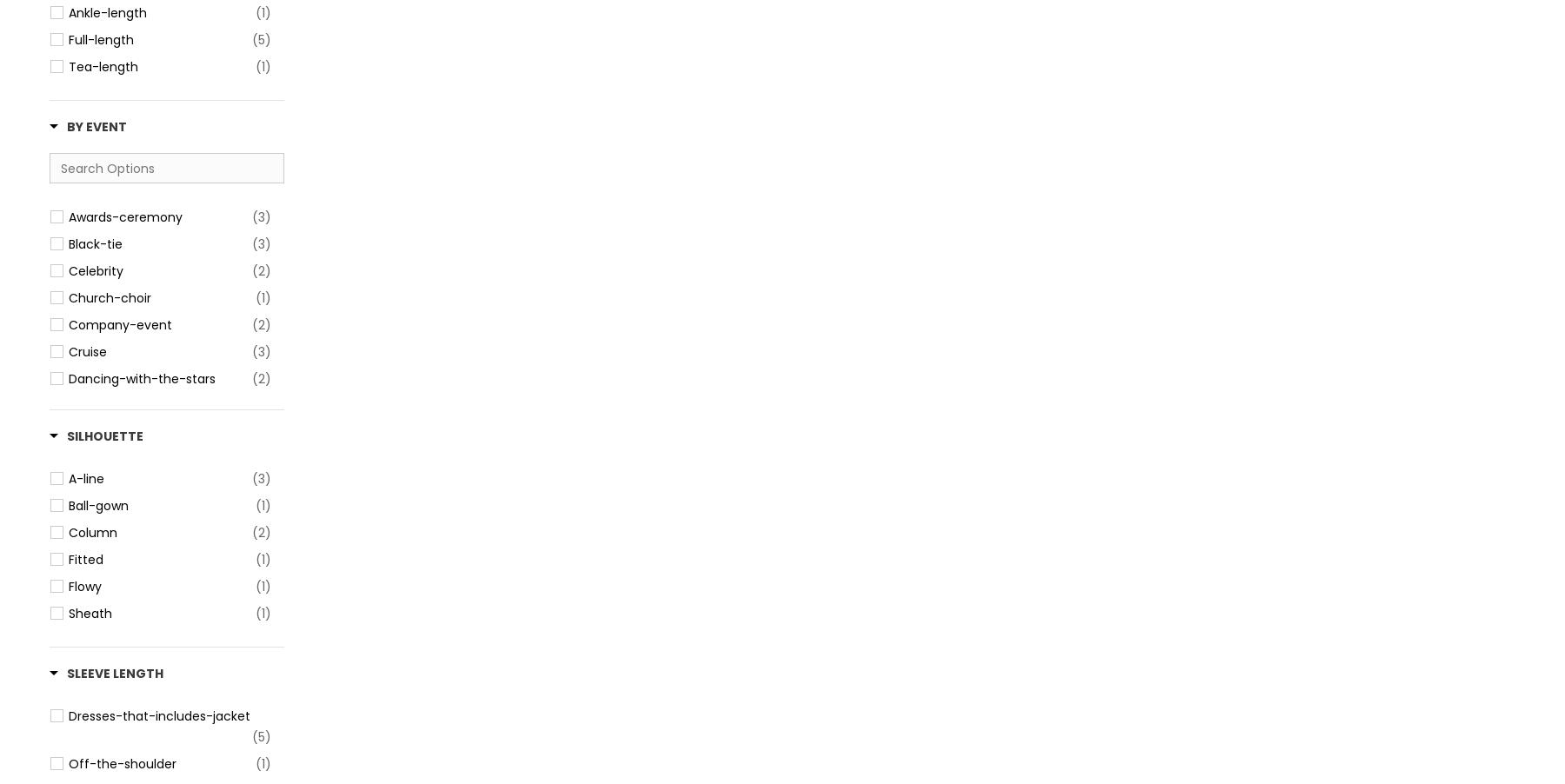 The height and width of the screenshot is (784, 1565). I want to click on 'Tea-length', so click(103, 67).